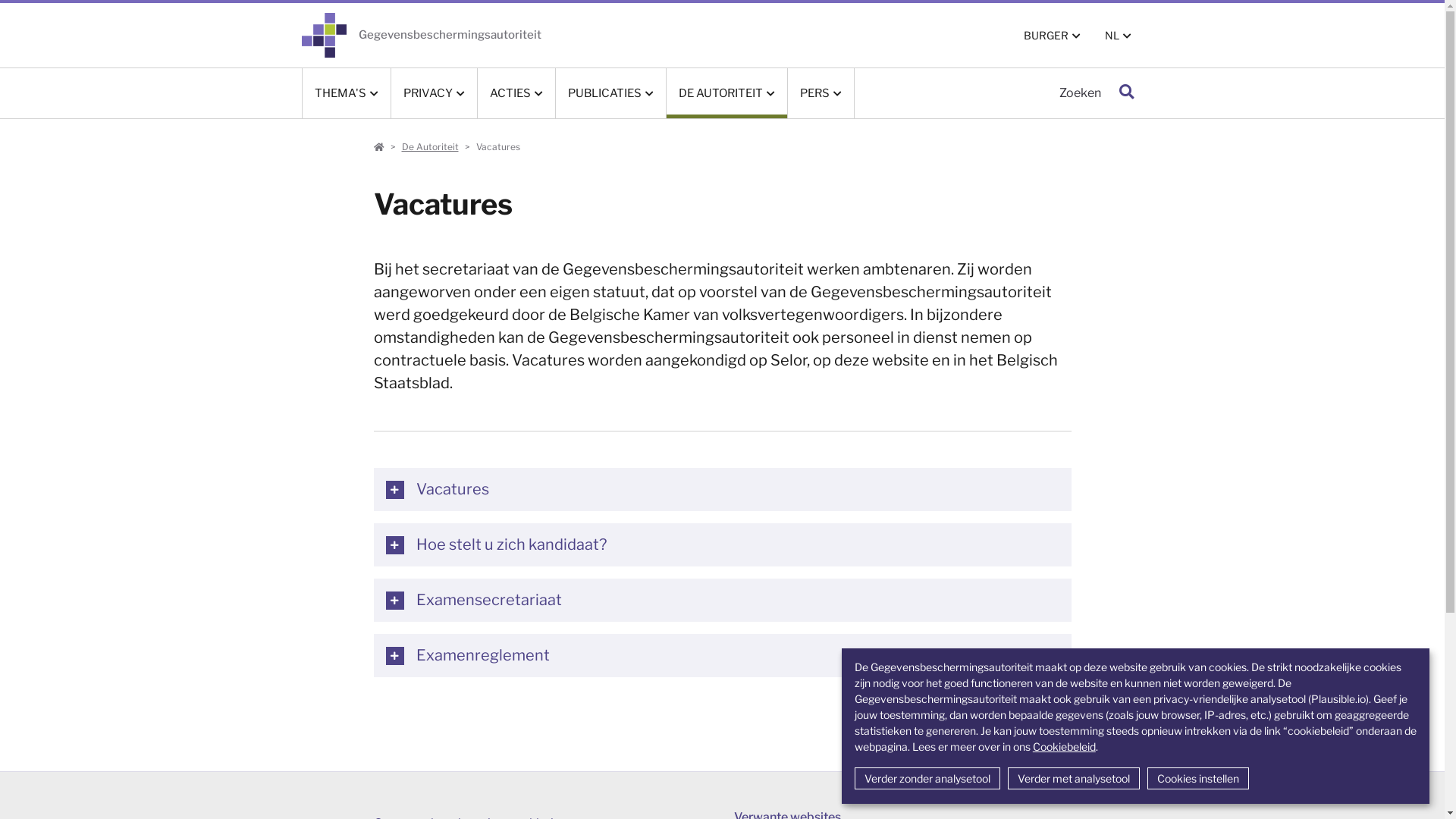 This screenshot has height=819, width=1456. What do you see at coordinates (720, 599) in the screenshot?
I see `'Examensecretariaat'` at bounding box center [720, 599].